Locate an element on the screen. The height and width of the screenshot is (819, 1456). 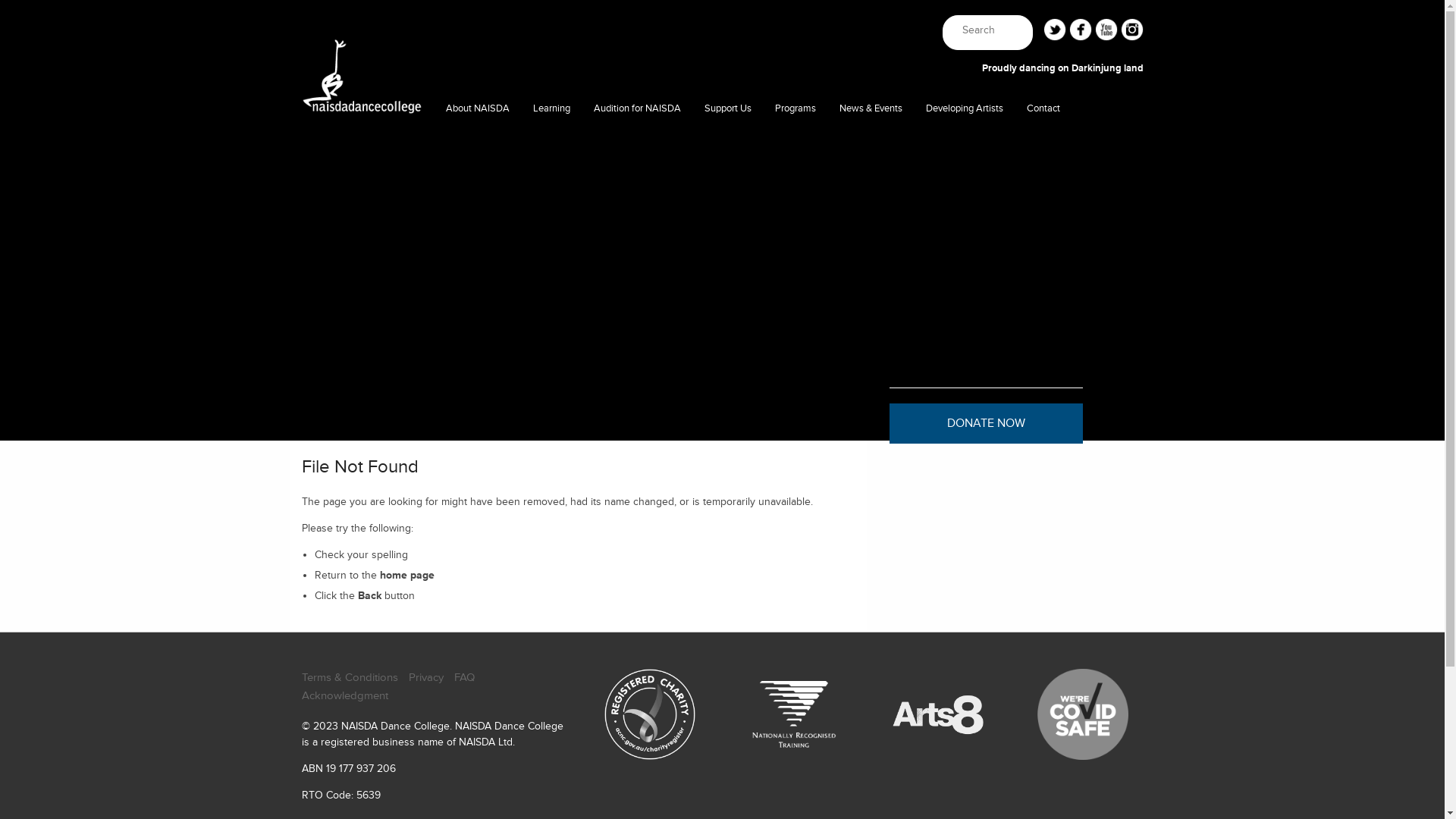
'Back' is located at coordinates (369, 595).